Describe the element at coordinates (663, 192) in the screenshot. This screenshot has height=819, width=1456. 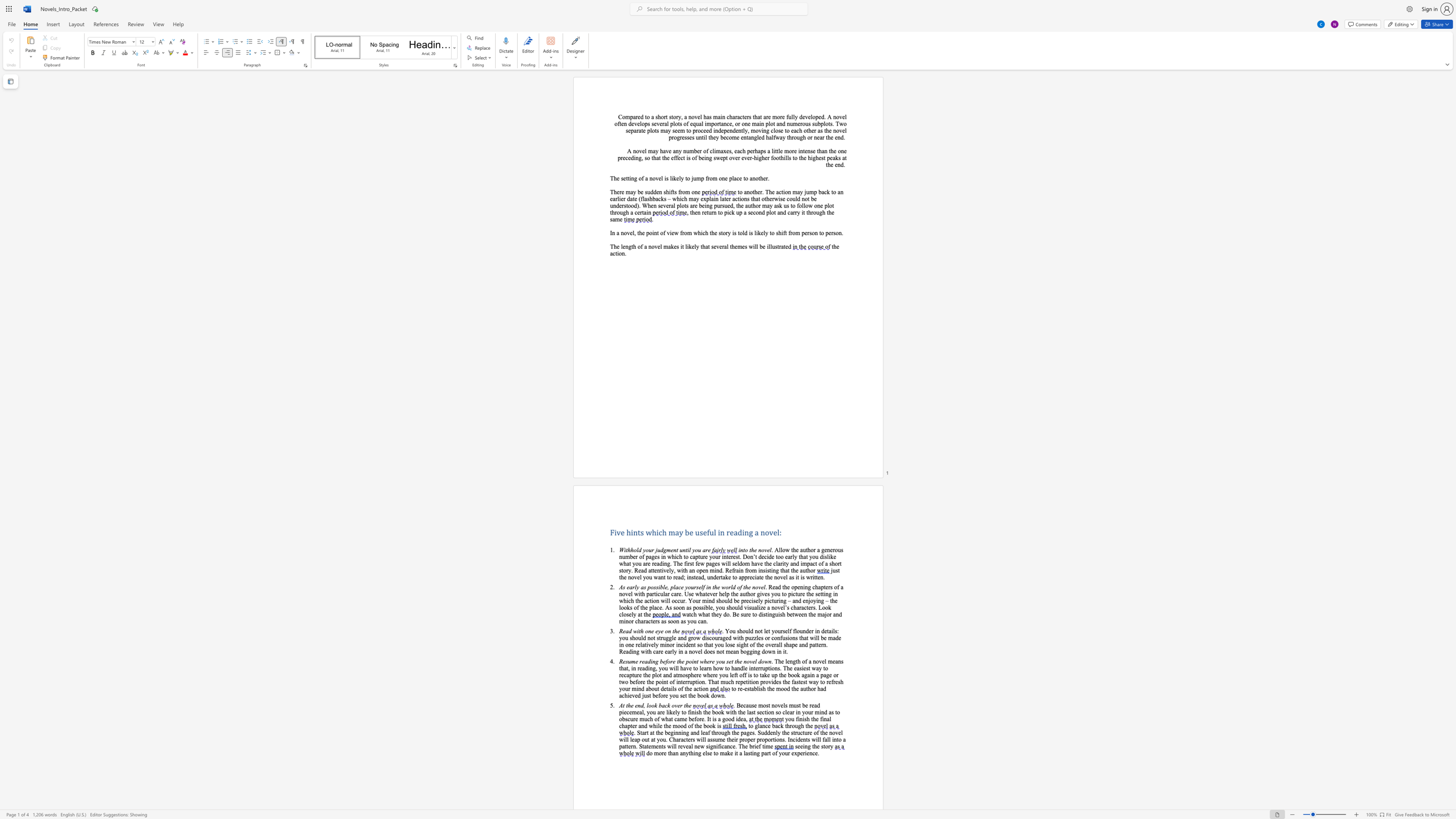
I see `the subset text "shifts from on" within the text "There may be sudden shifts from one"` at that location.